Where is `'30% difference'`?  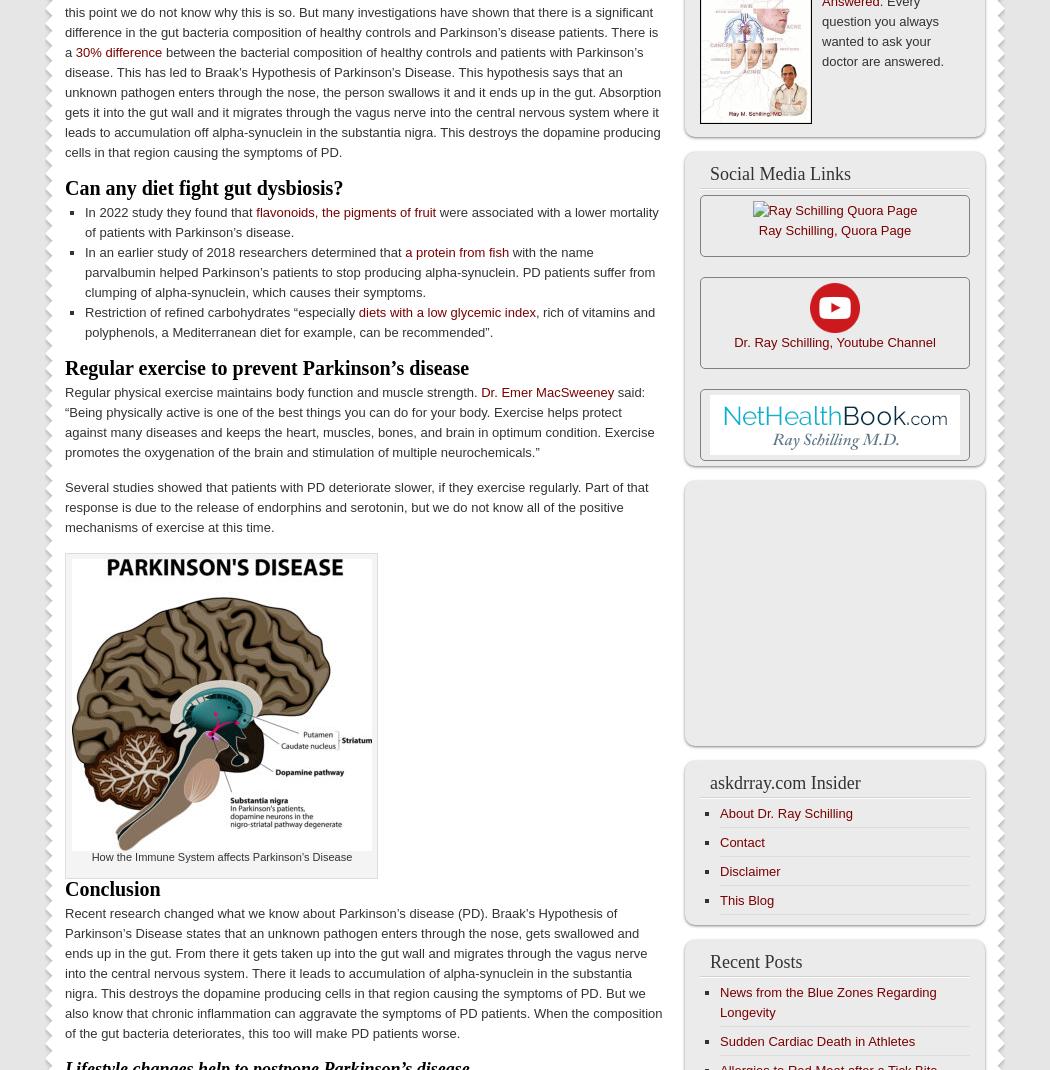
'30% difference' is located at coordinates (117, 51).